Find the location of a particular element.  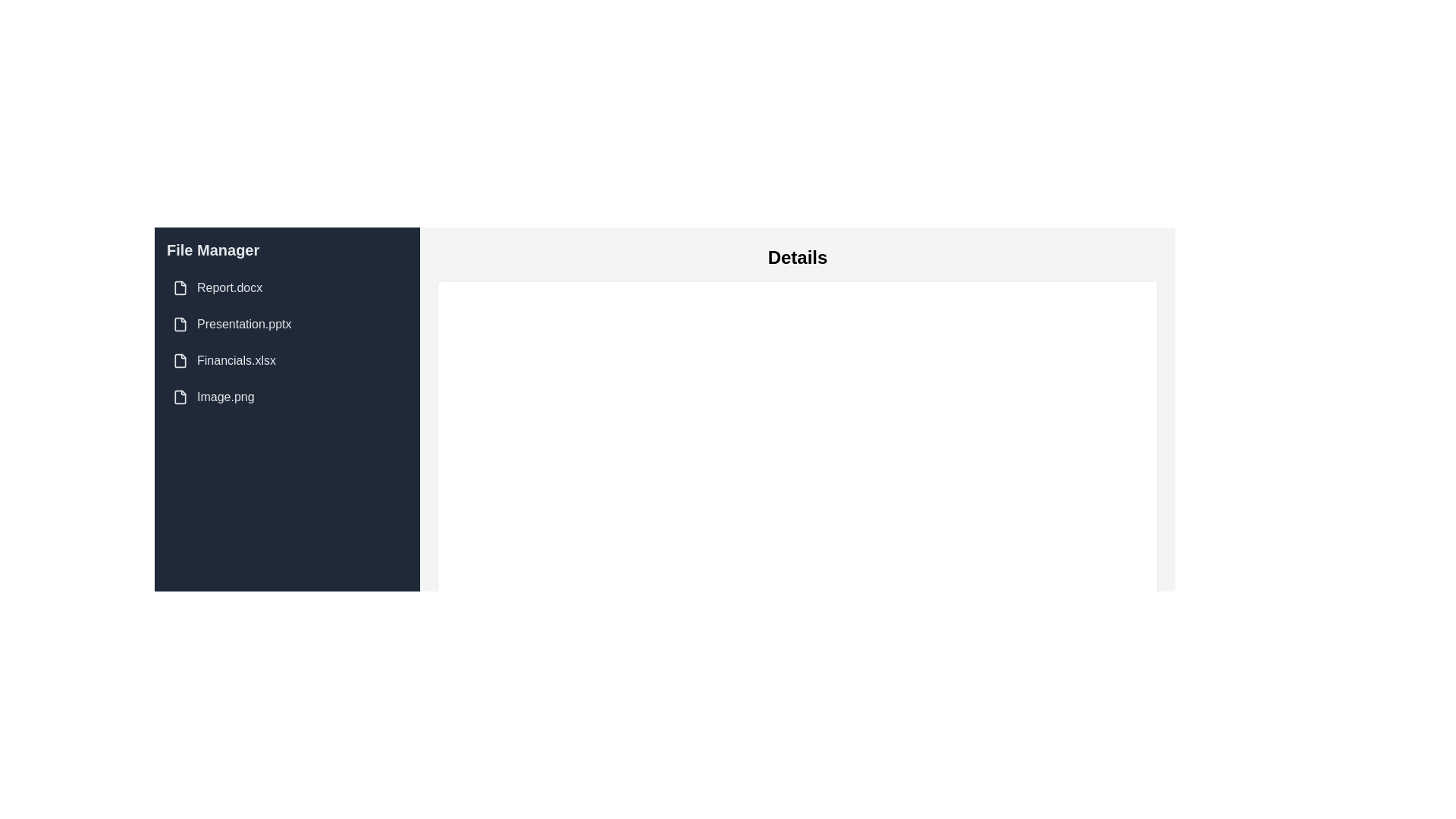

to select the file titled 'Report.docx' which is the first file entry in the vertical list within the left sidebar is located at coordinates (287, 288).